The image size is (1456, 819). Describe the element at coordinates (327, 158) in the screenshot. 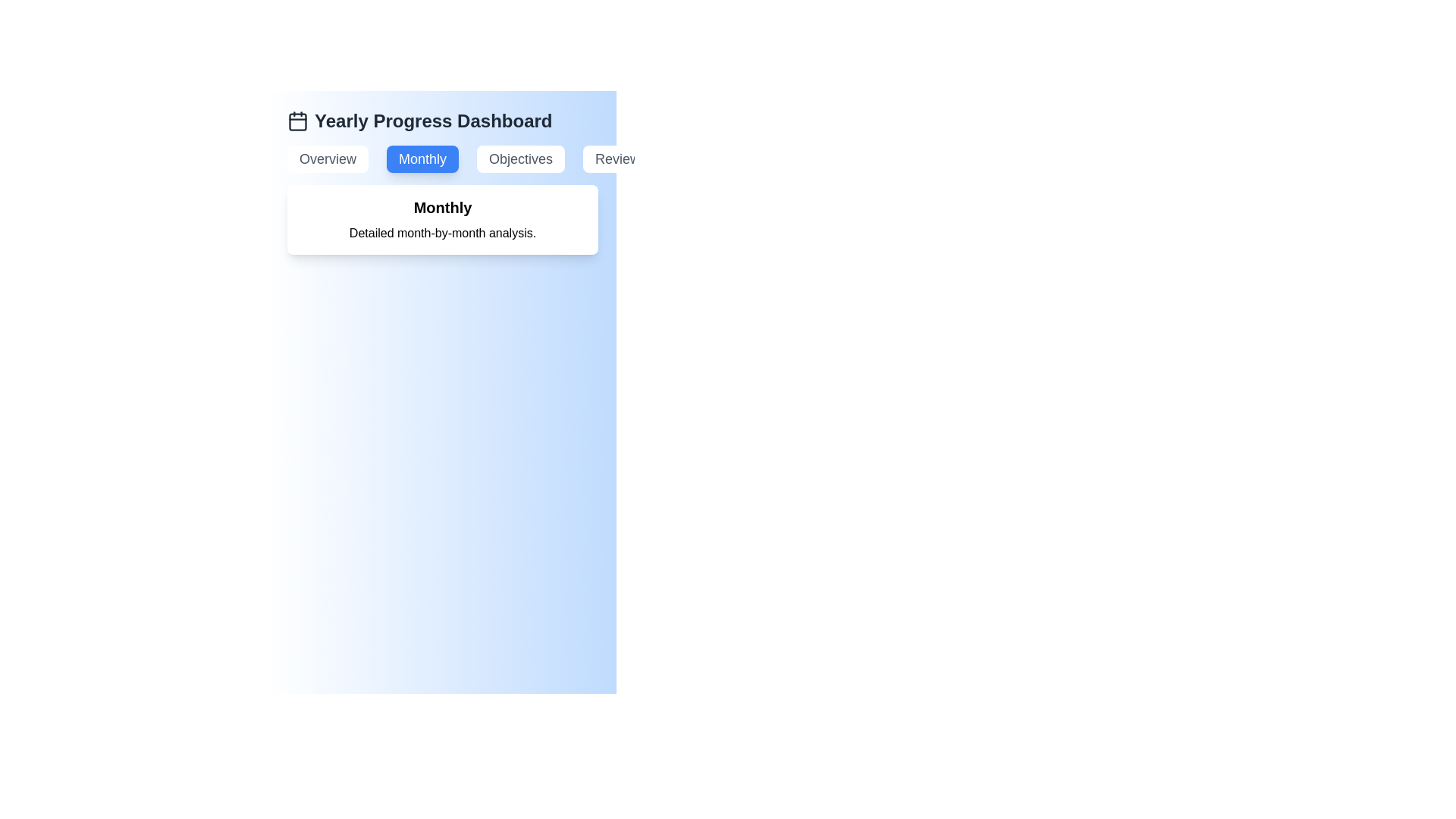

I see `the Overview tab to view its content` at that location.